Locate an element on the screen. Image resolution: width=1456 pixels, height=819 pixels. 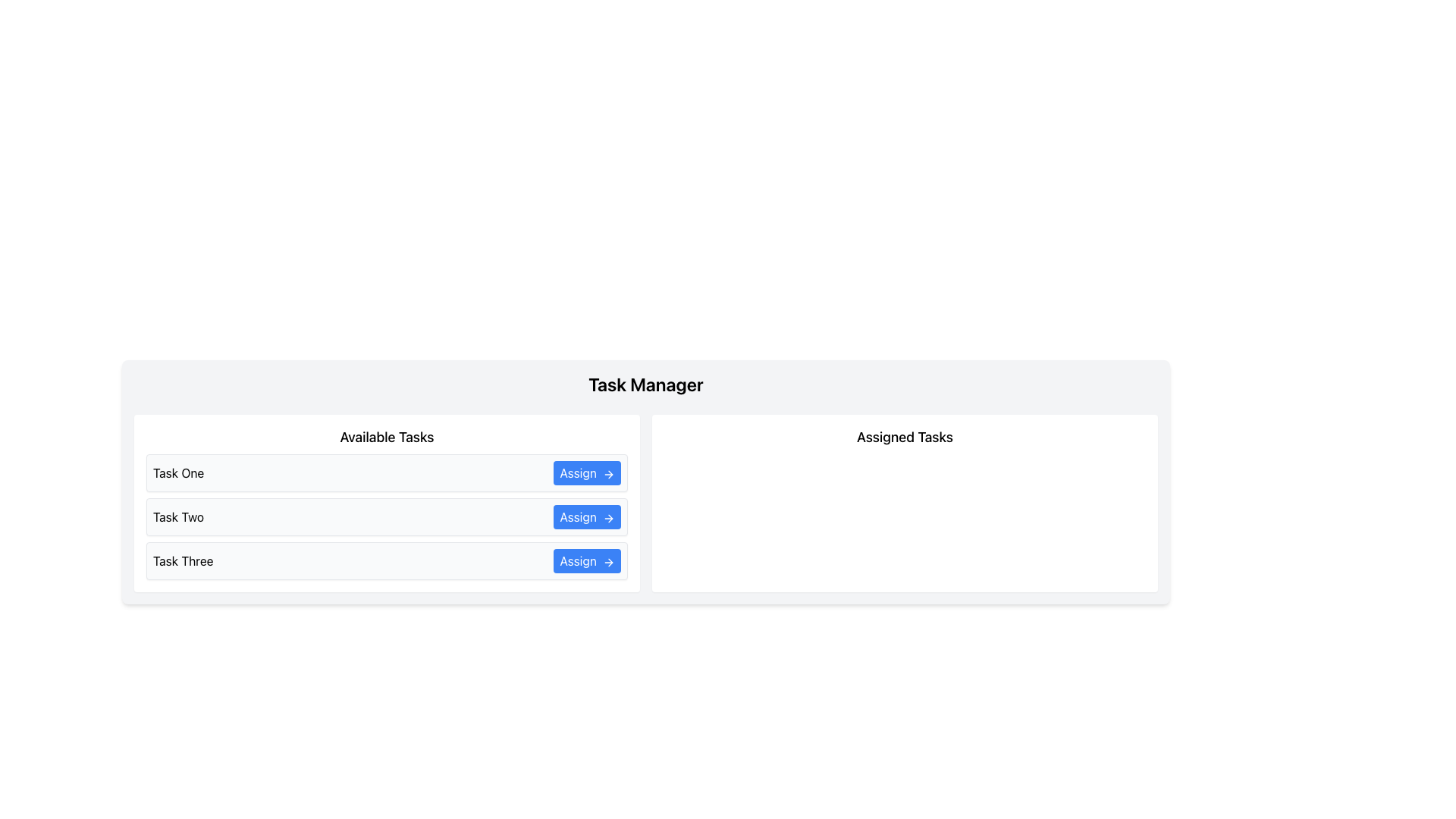
the right-pointing arrow icon with a blue background that is part of the 'Assign' button in the 'Available Tasks' section is located at coordinates (608, 516).